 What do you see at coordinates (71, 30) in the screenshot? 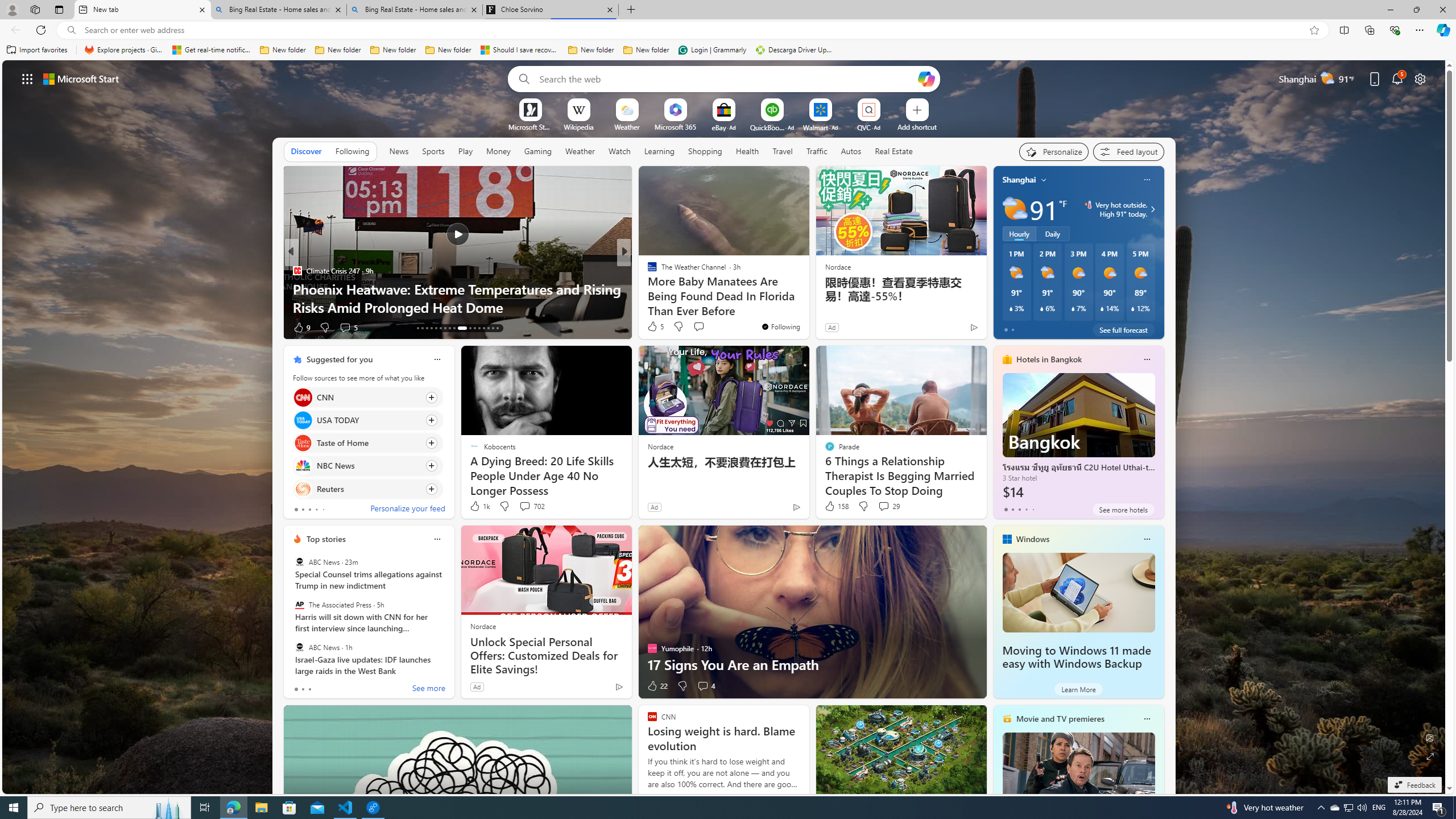
I see `'Search icon'` at bounding box center [71, 30].